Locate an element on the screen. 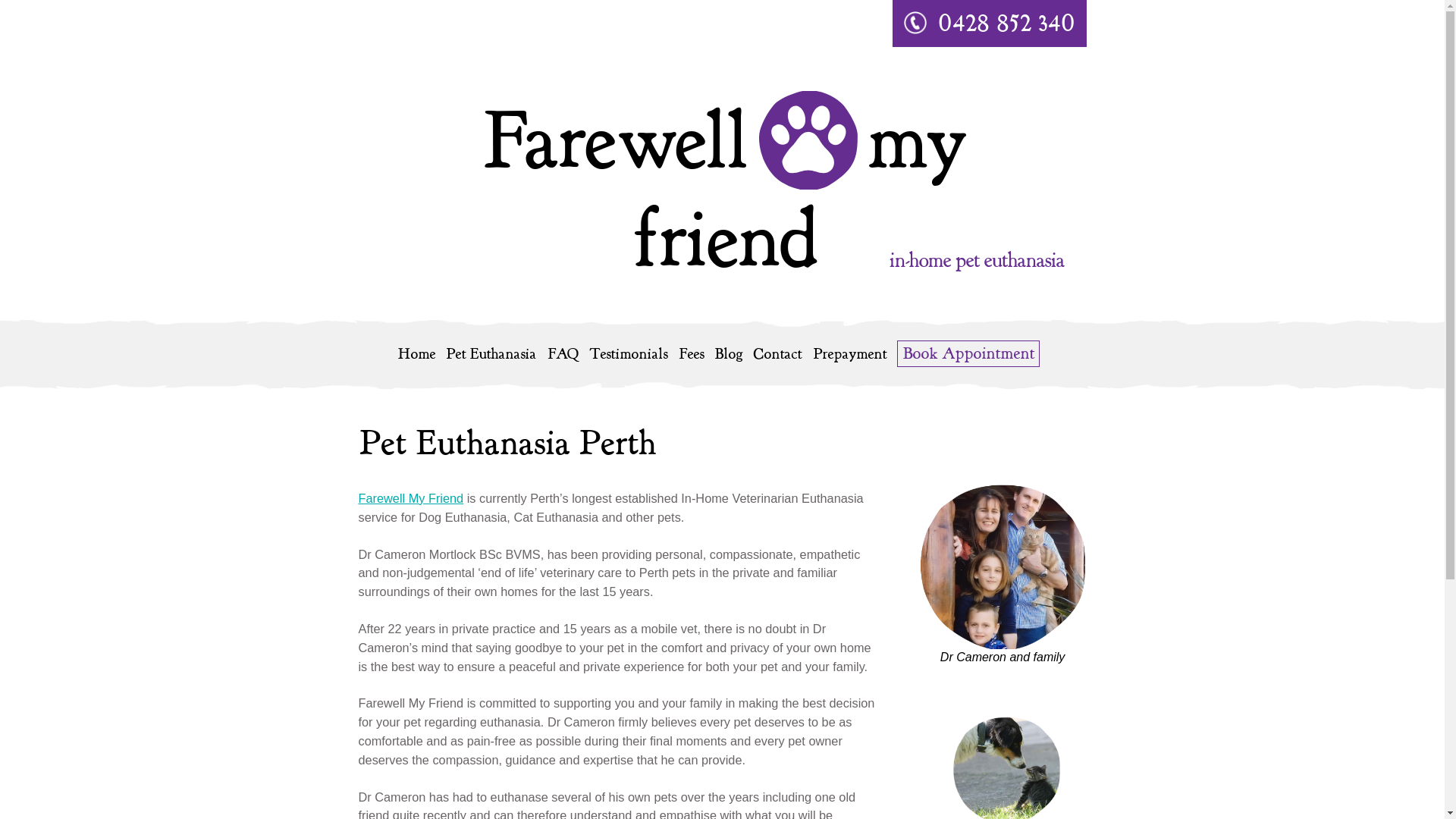 This screenshot has width=1456, height=819. 'Fees' is located at coordinates (689, 354).